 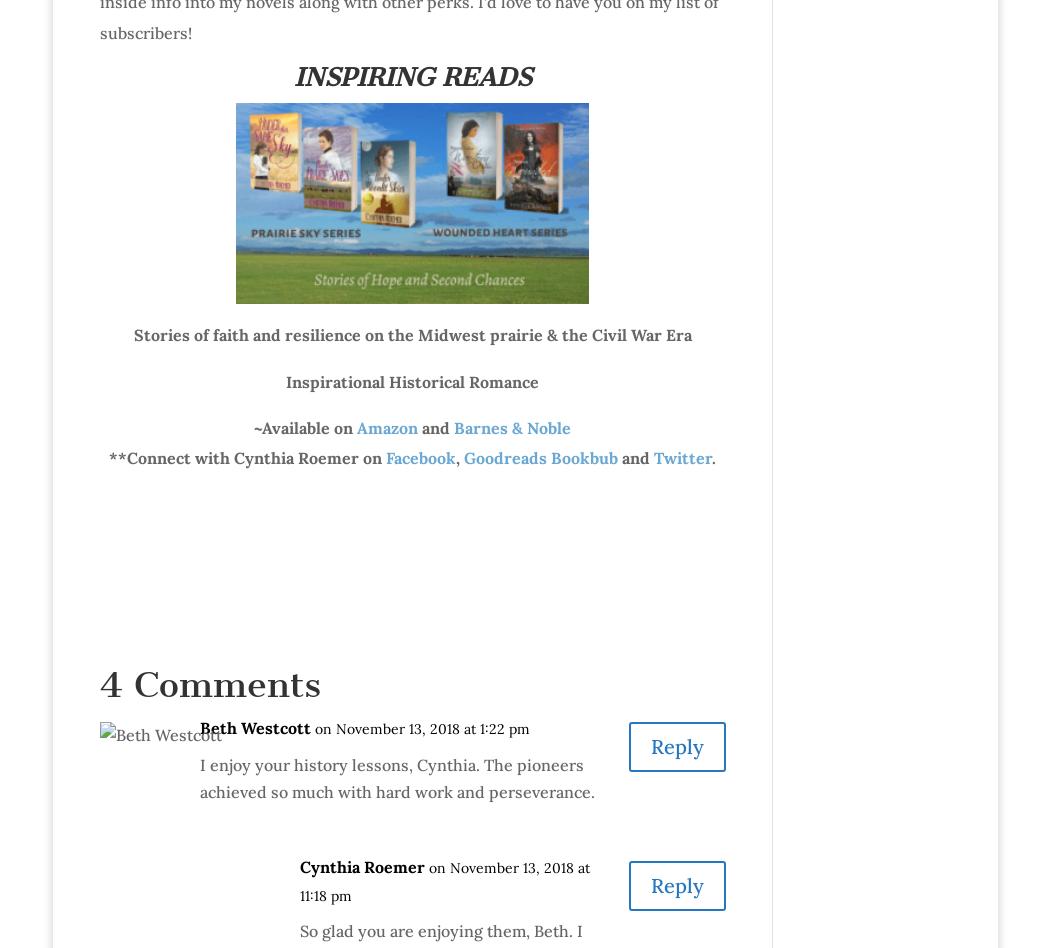 What do you see at coordinates (396, 777) in the screenshot?
I see `'I enjoy your history lessons, Cynthia. The pioneers achieved so much with hard work and perseverance.'` at bounding box center [396, 777].